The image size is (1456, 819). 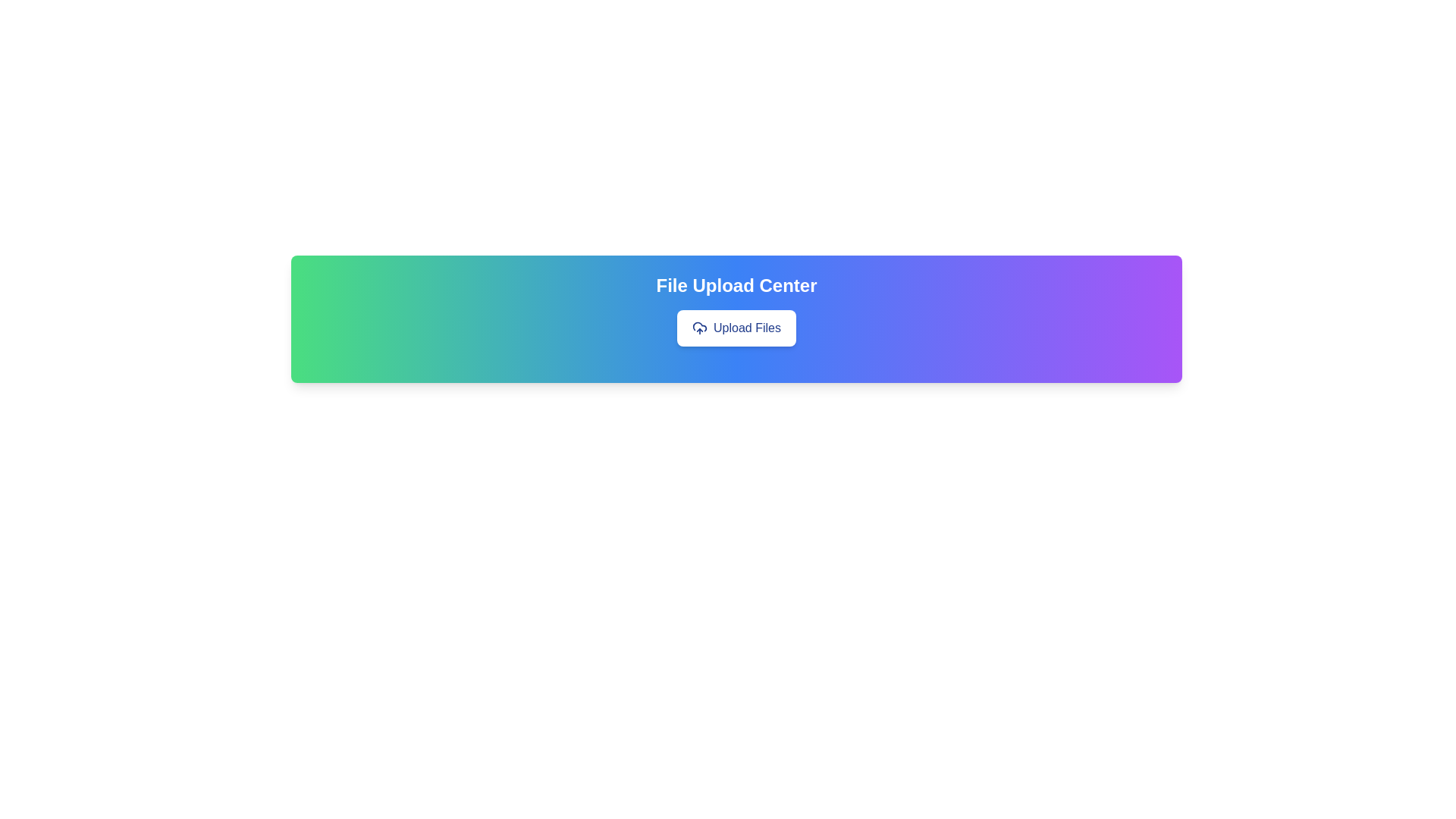 I want to click on the 'Upload Files' button, which is a rectangular button with a white background, dark blue text, and a blue cloud upload icon, located in the center of the page below the 'File Upload Center' text, so click(x=736, y=327).